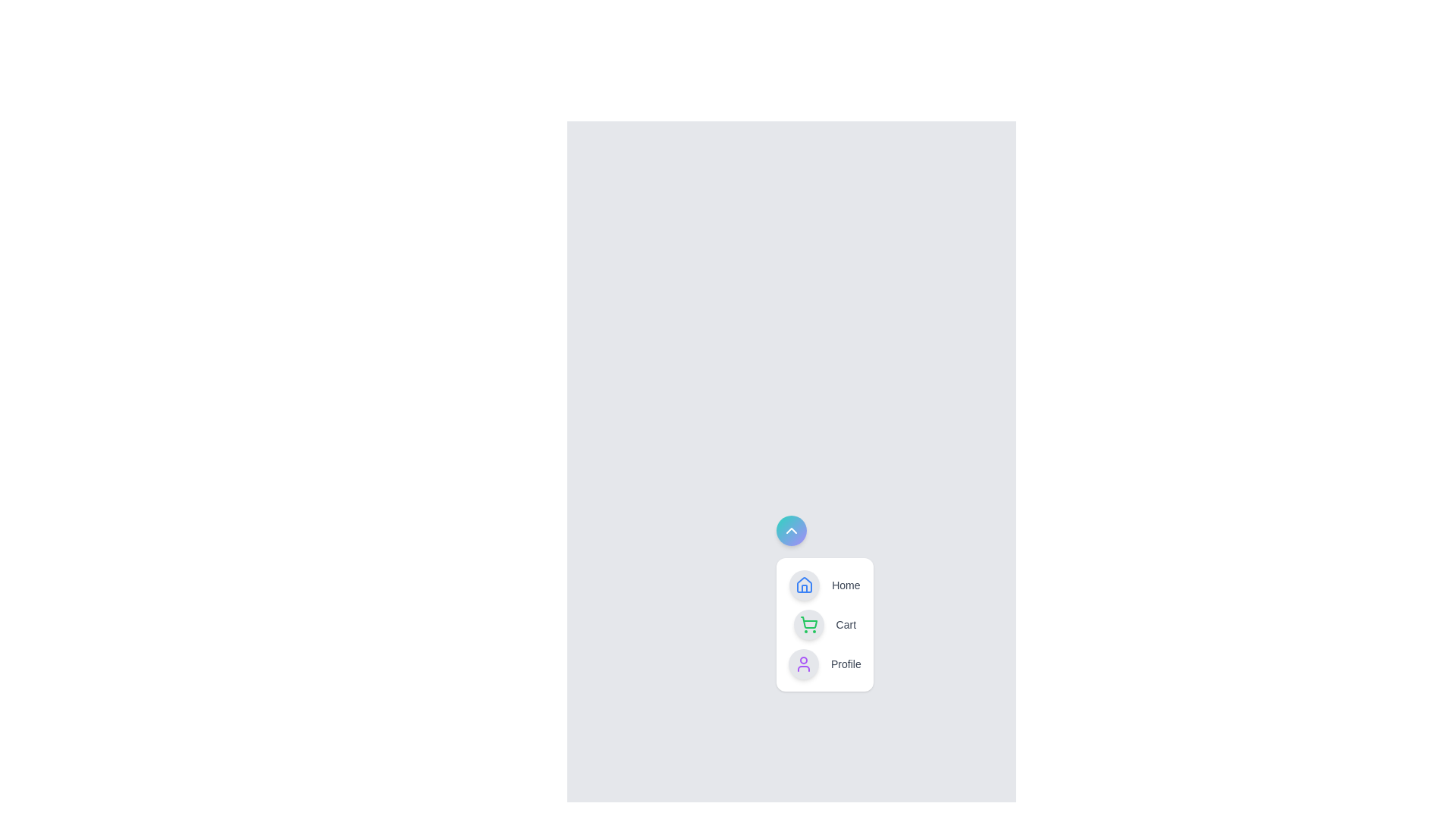  Describe the element at coordinates (824, 625) in the screenshot. I see `the menu item Cart by clicking on it` at that location.